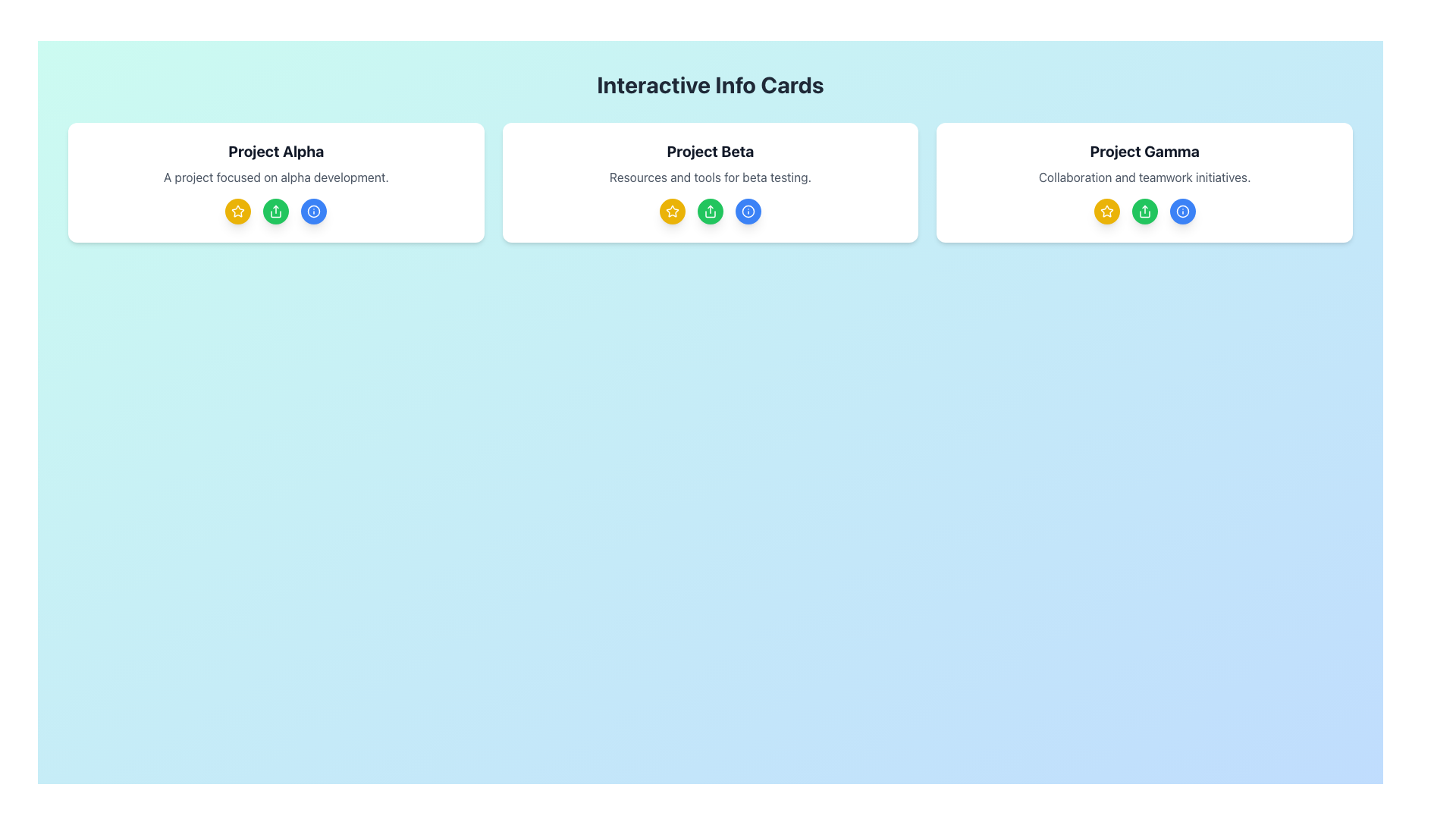 The image size is (1456, 819). What do you see at coordinates (709, 177) in the screenshot?
I see `the Text Label that provides a brief description of the 'Project Beta' card, located in the middle section beneath the title and above the interactive icons` at bounding box center [709, 177].